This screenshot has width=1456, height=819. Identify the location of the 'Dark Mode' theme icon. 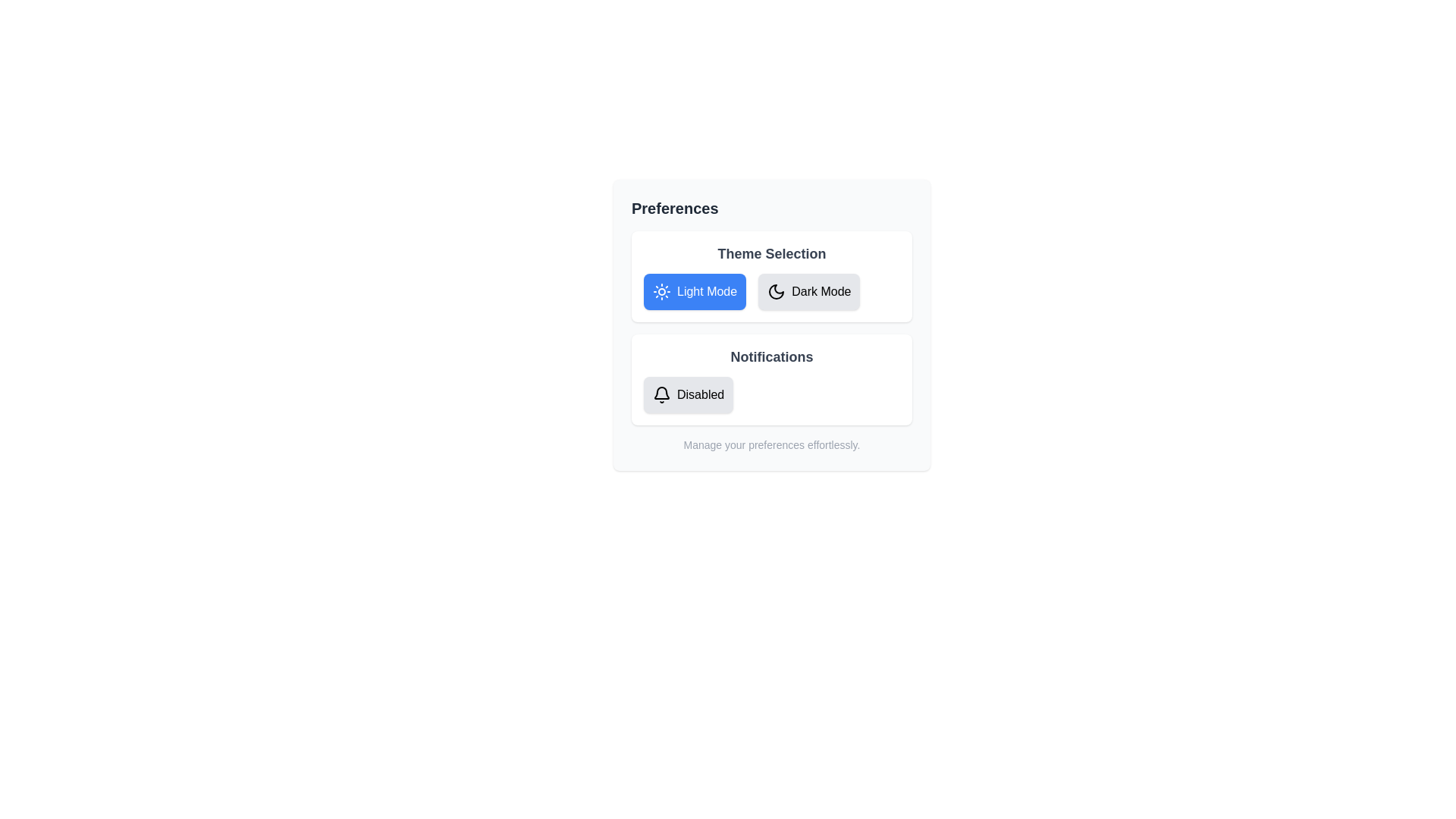
(777, 292).